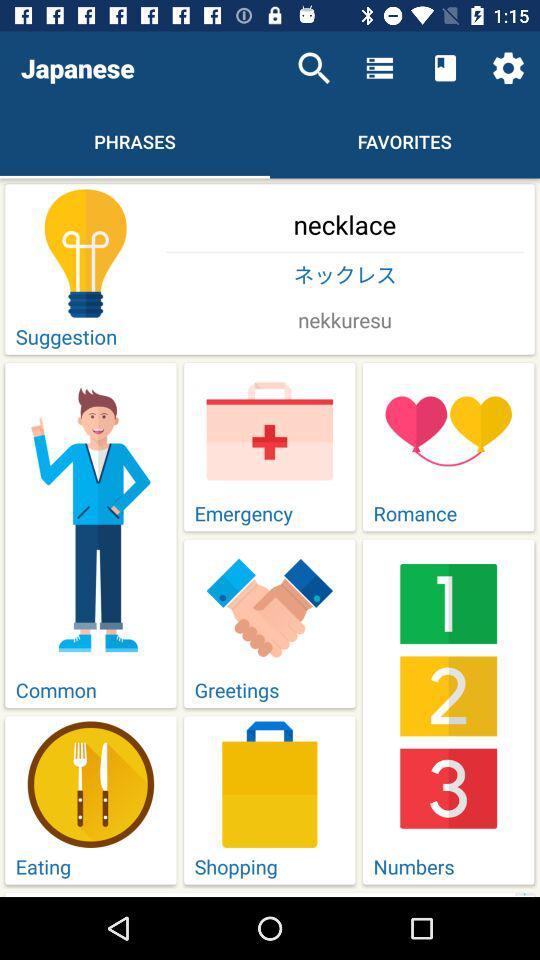  Describe the element at coordinates (445, 68) in the screenshot. I see `the icon above favorites` at that location.